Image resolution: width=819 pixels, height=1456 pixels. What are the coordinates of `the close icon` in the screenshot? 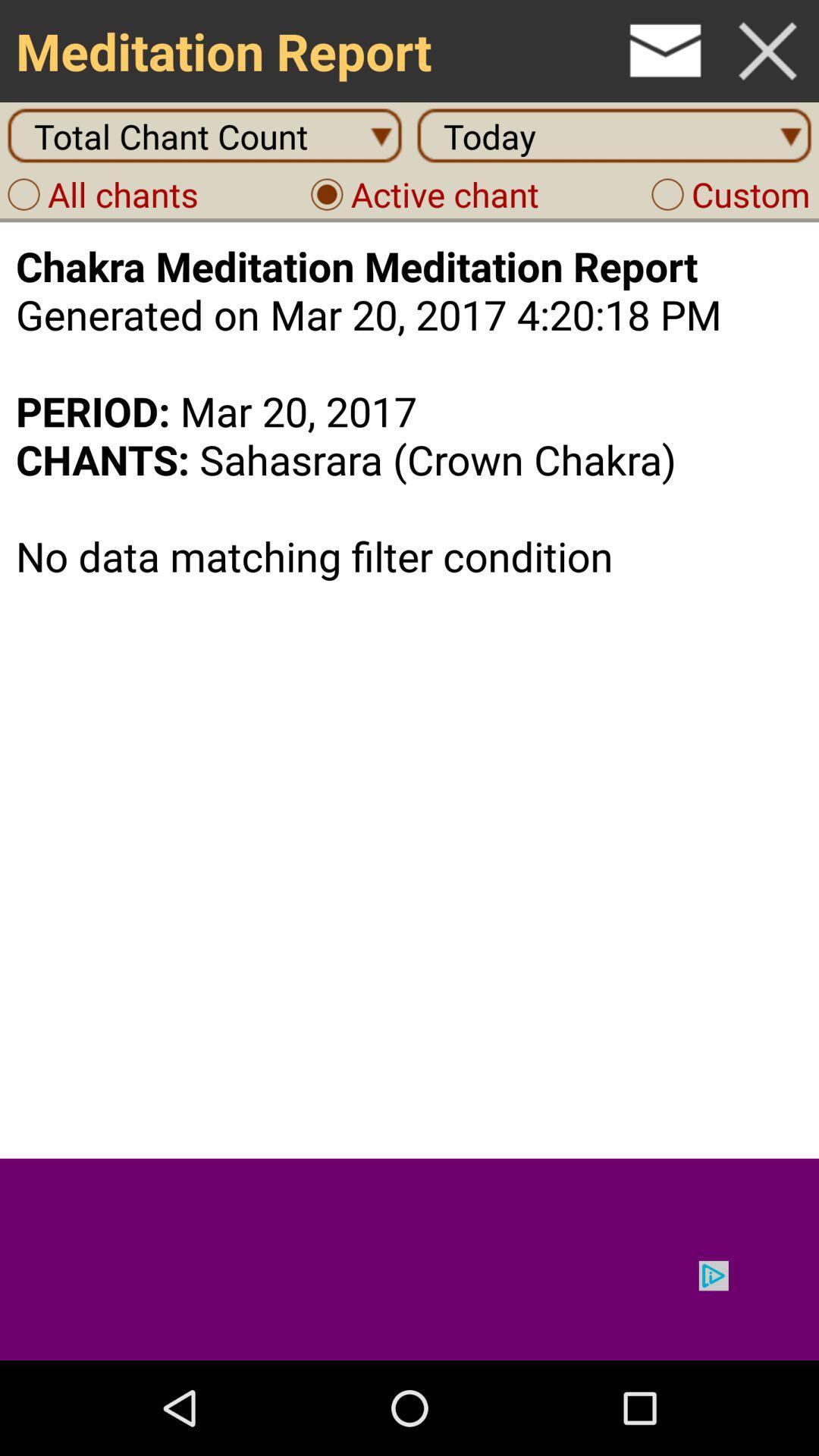 It's located at (767, 55).